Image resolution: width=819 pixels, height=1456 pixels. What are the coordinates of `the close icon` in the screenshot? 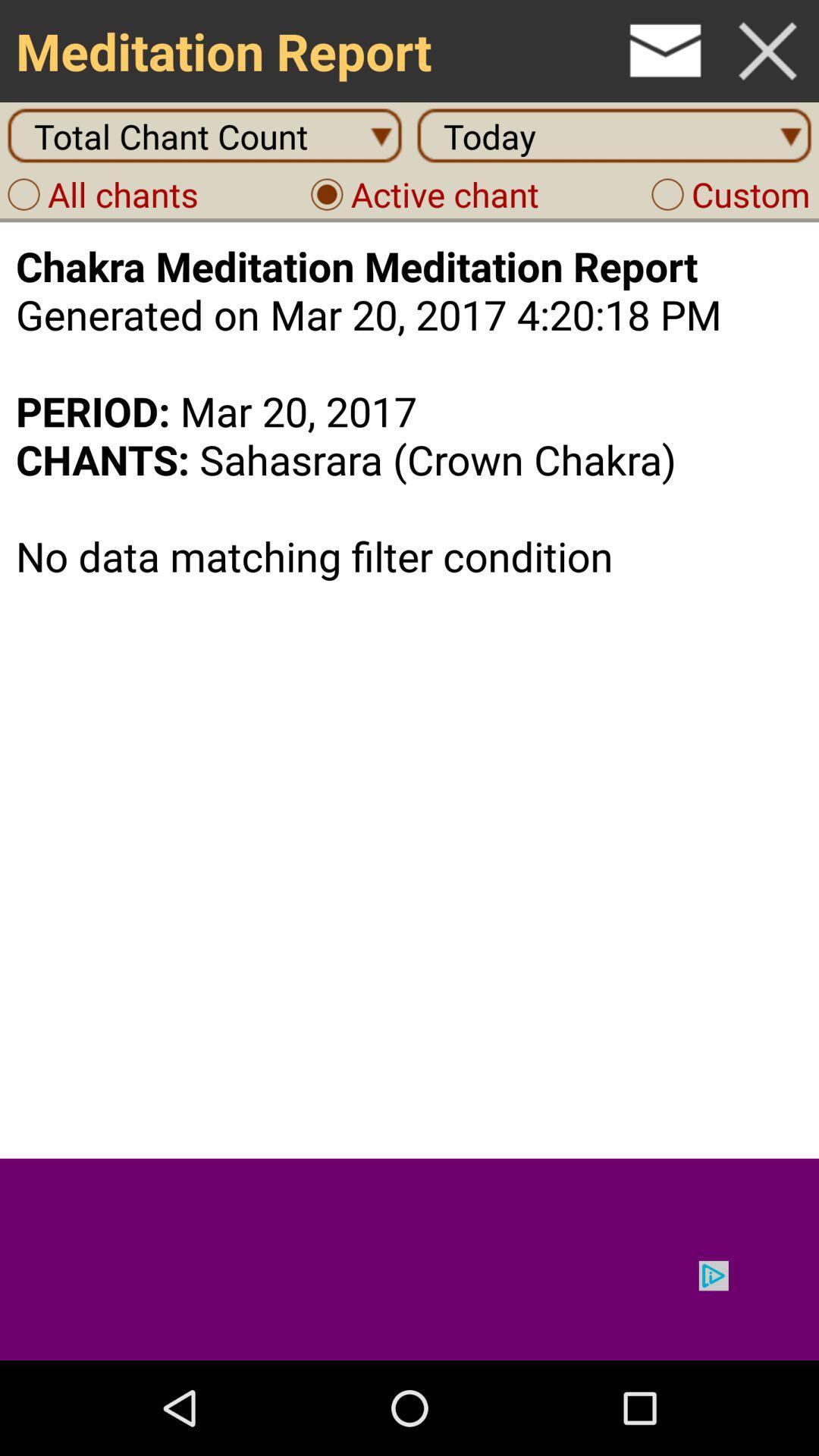 It's located at (767, 55).